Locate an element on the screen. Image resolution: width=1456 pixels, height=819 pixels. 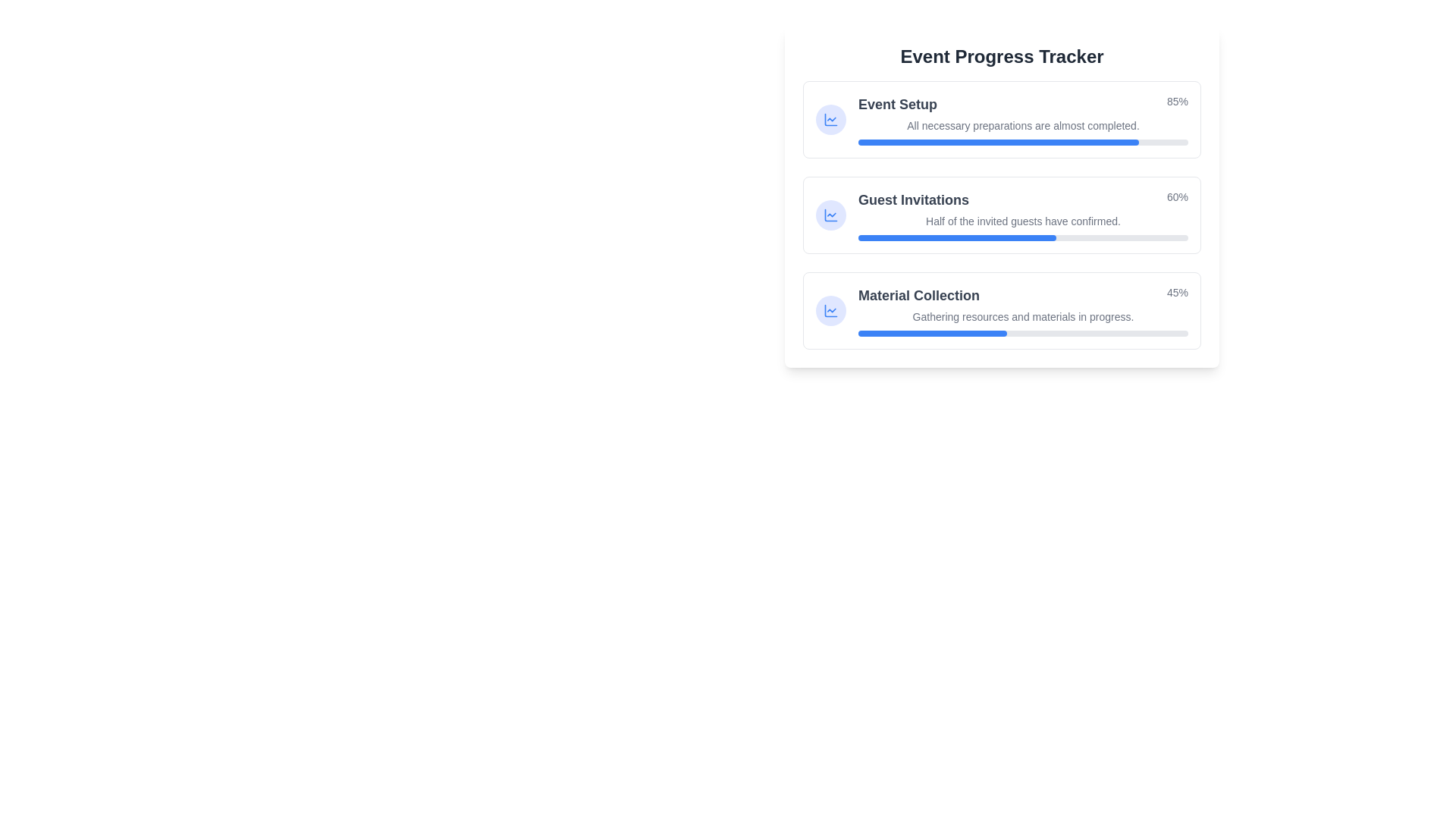
the current progress value visually on the ProgressBar indicating 45% completion within the 'Material Collection' section of the 'Event Progress Tracker' is located at coordinates (931, 332).